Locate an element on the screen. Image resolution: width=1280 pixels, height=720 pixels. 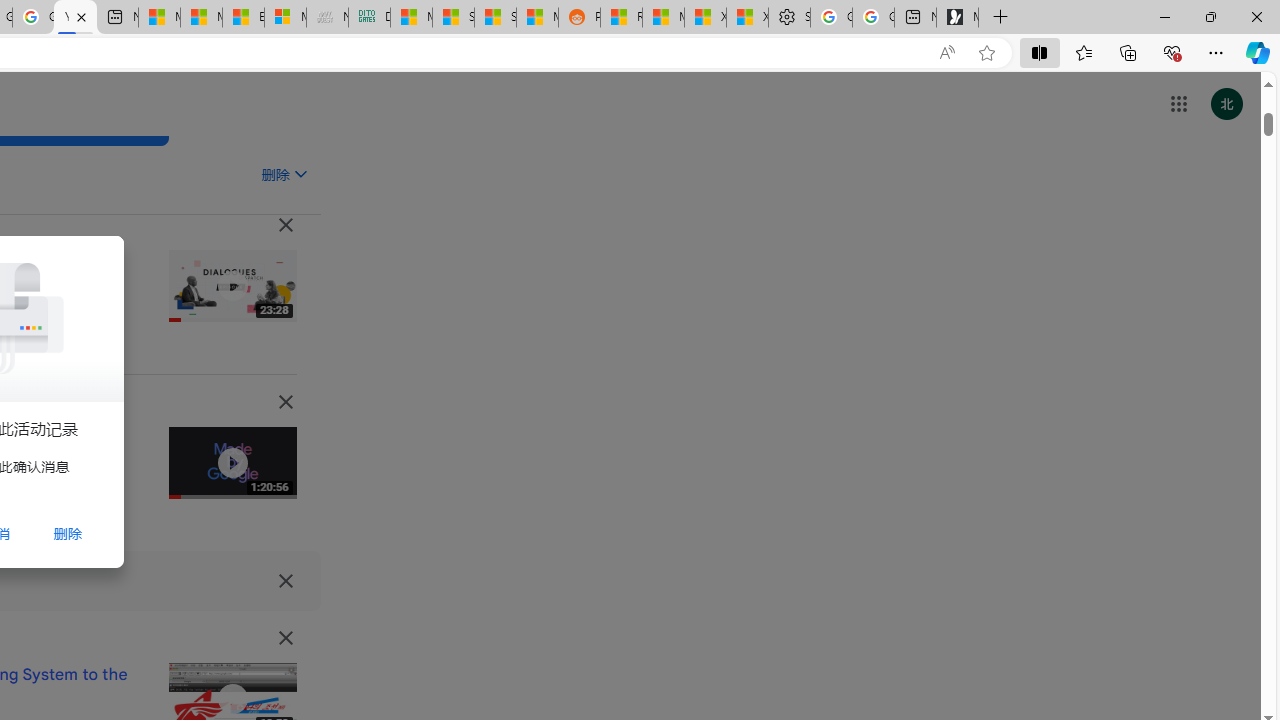
'Entertainment - MSN' is located at coordinates (242, 17).